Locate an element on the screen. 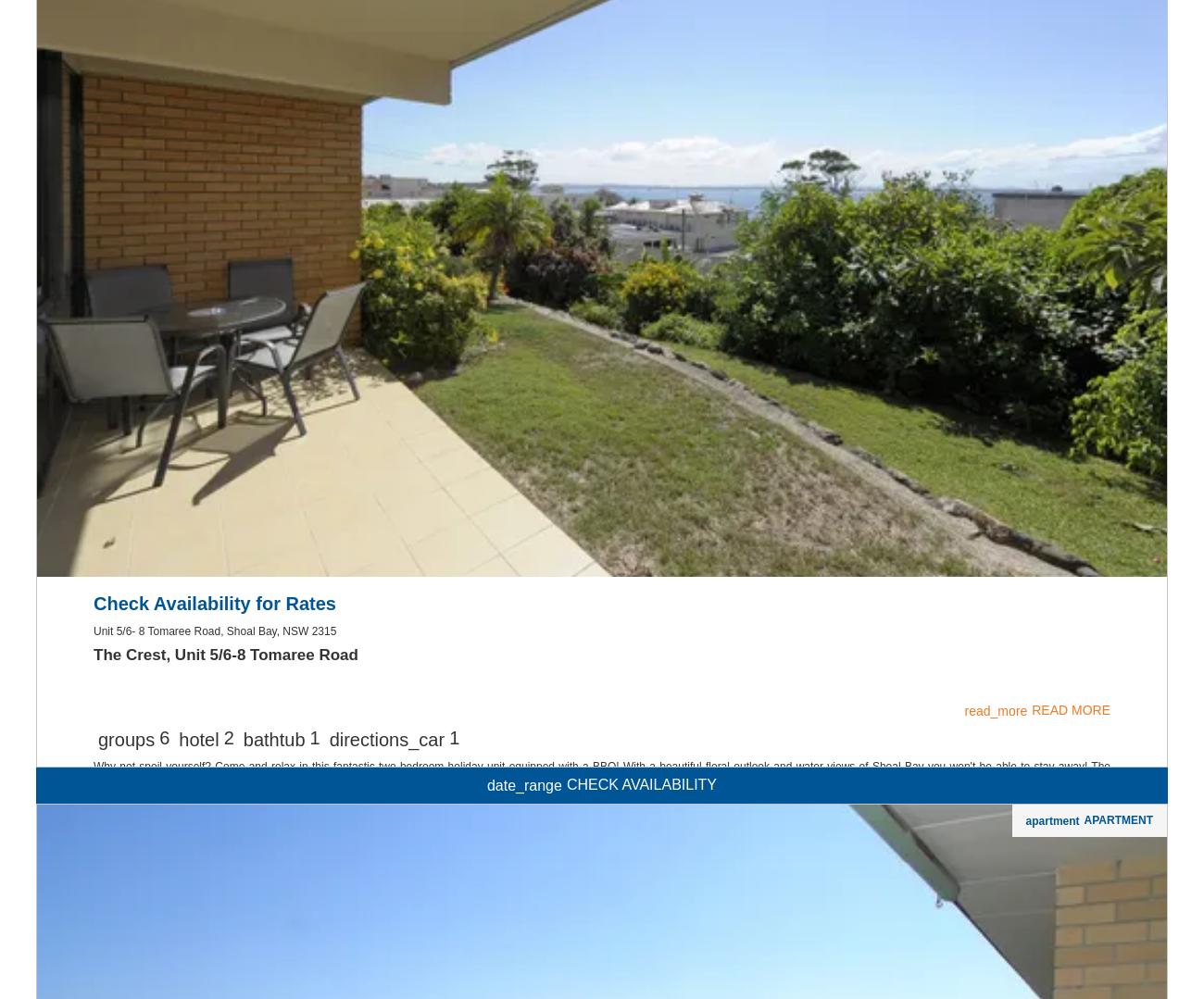  'Internet' is located at coordinates (601, 180).